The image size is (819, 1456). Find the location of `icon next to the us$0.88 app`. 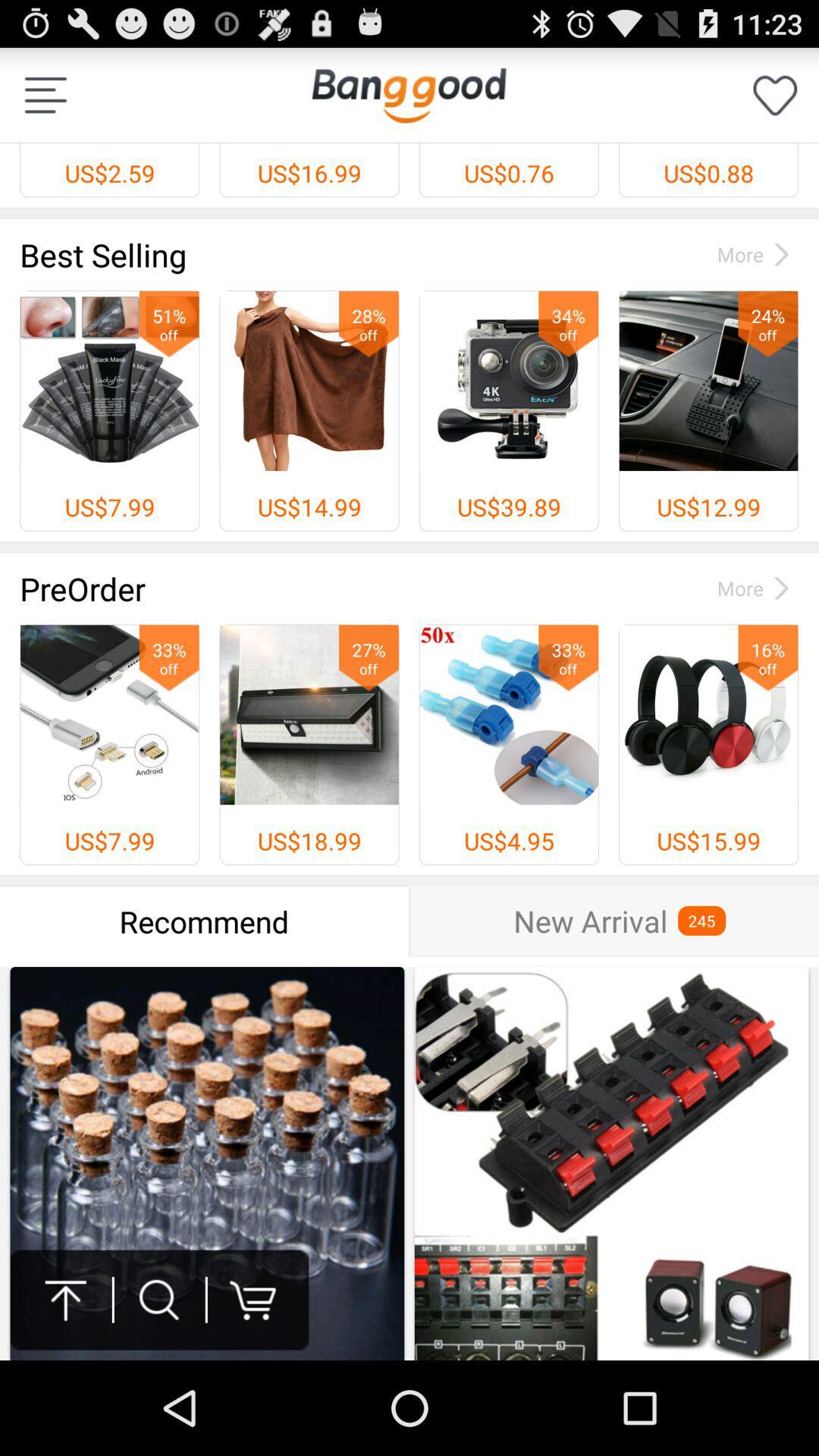

icon next to the us$0.88 app is located at coordinates (408, 94).